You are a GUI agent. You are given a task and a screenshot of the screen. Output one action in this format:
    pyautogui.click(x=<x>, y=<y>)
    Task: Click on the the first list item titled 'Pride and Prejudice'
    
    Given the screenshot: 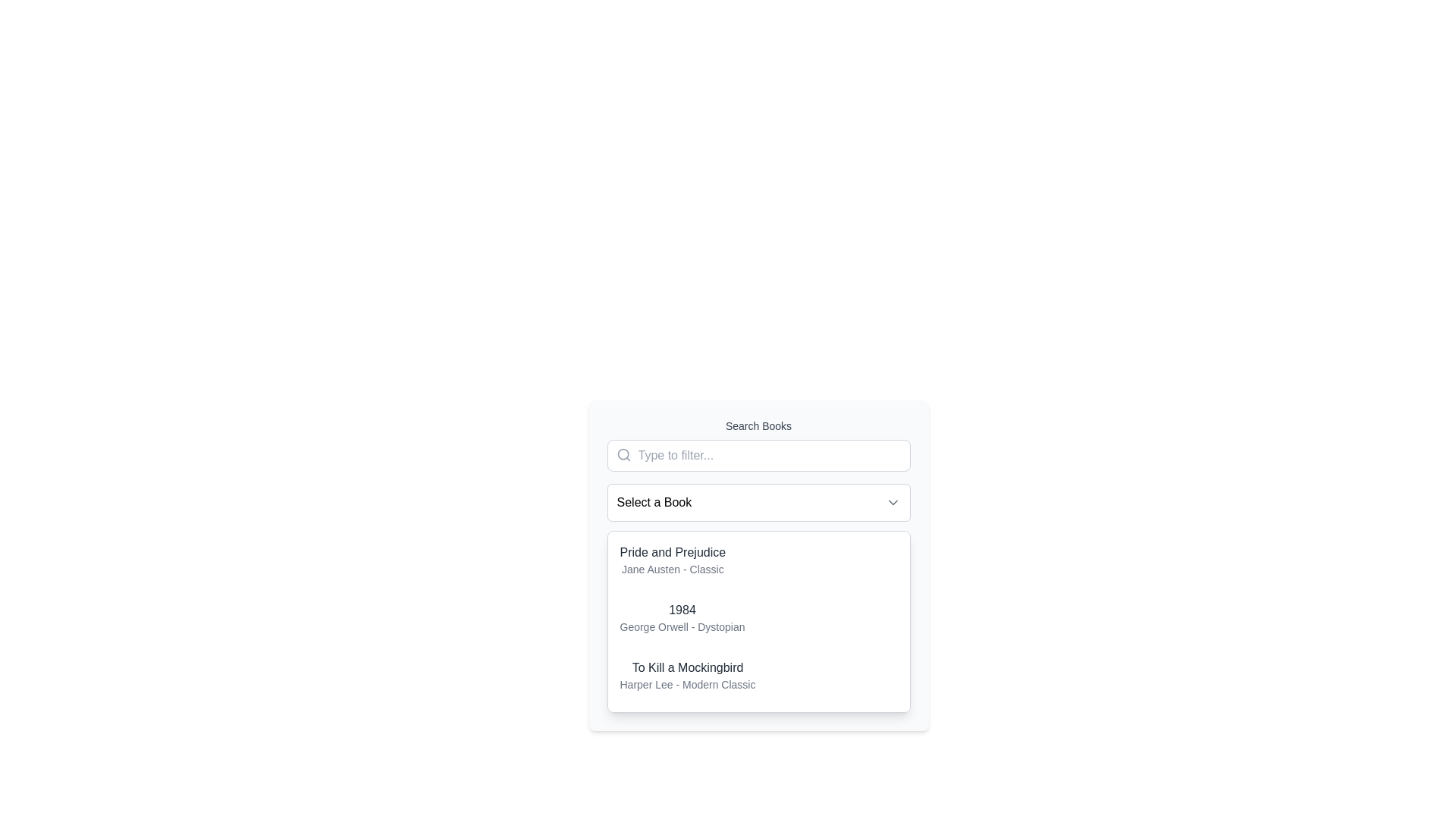 What is the action you would take?
    pyautogui.click(x=758, y=560)
    